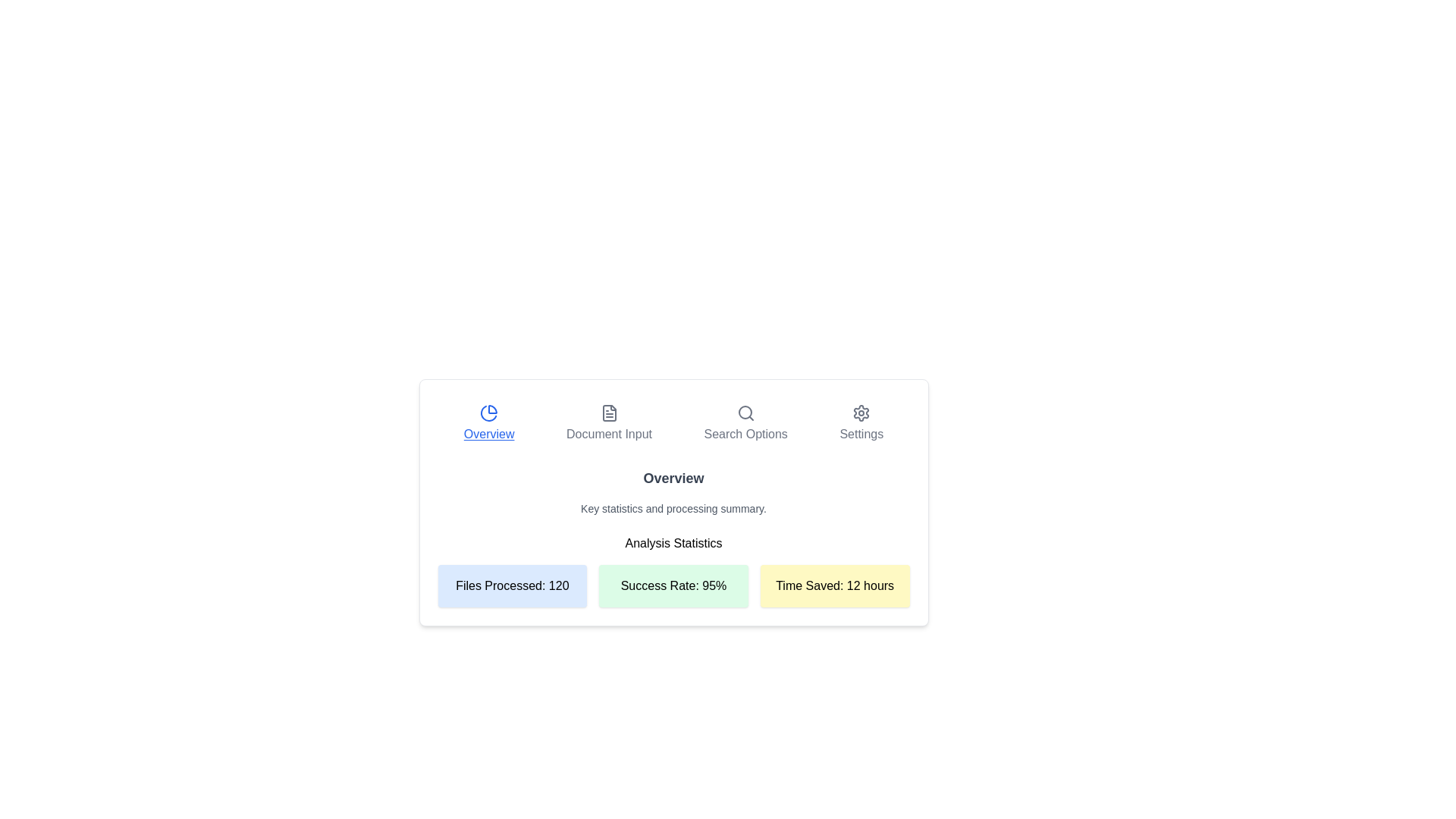 This screenshot has width=1456, height=819. What do you see at coordinates (861, 424) in the screenshot?
I see `the navigation button that opens the settings page` at bounding box center [861, 424].